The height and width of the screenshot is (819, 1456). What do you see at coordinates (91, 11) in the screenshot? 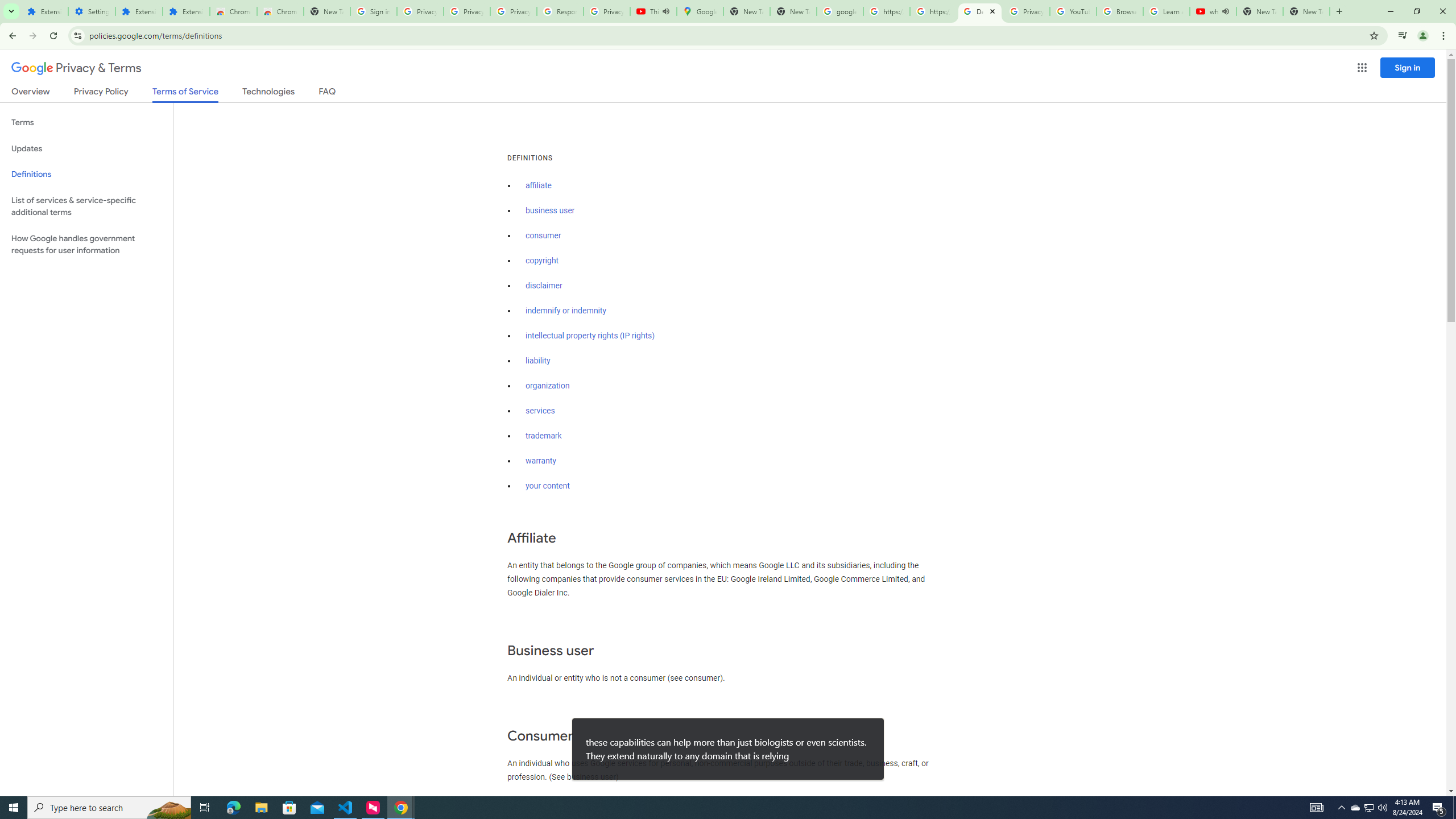
I see `'Settings'` at bounding box center [91, 11].